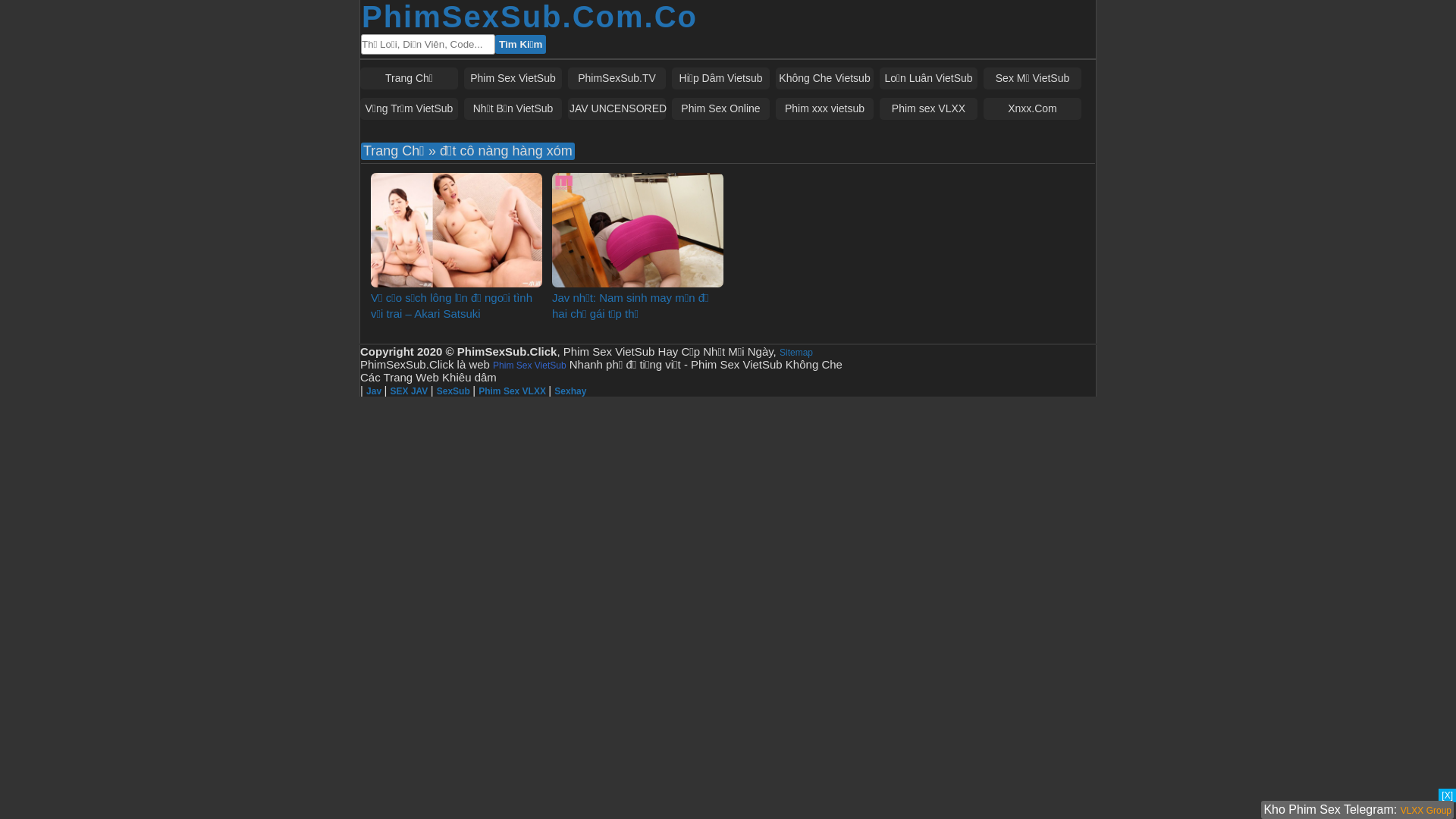 The width and height of the screenshot is (1456, 819). Describe the element at coordinates (824, 108) in the screenshot. I see `'Phim xxx vietsub'` at that location.